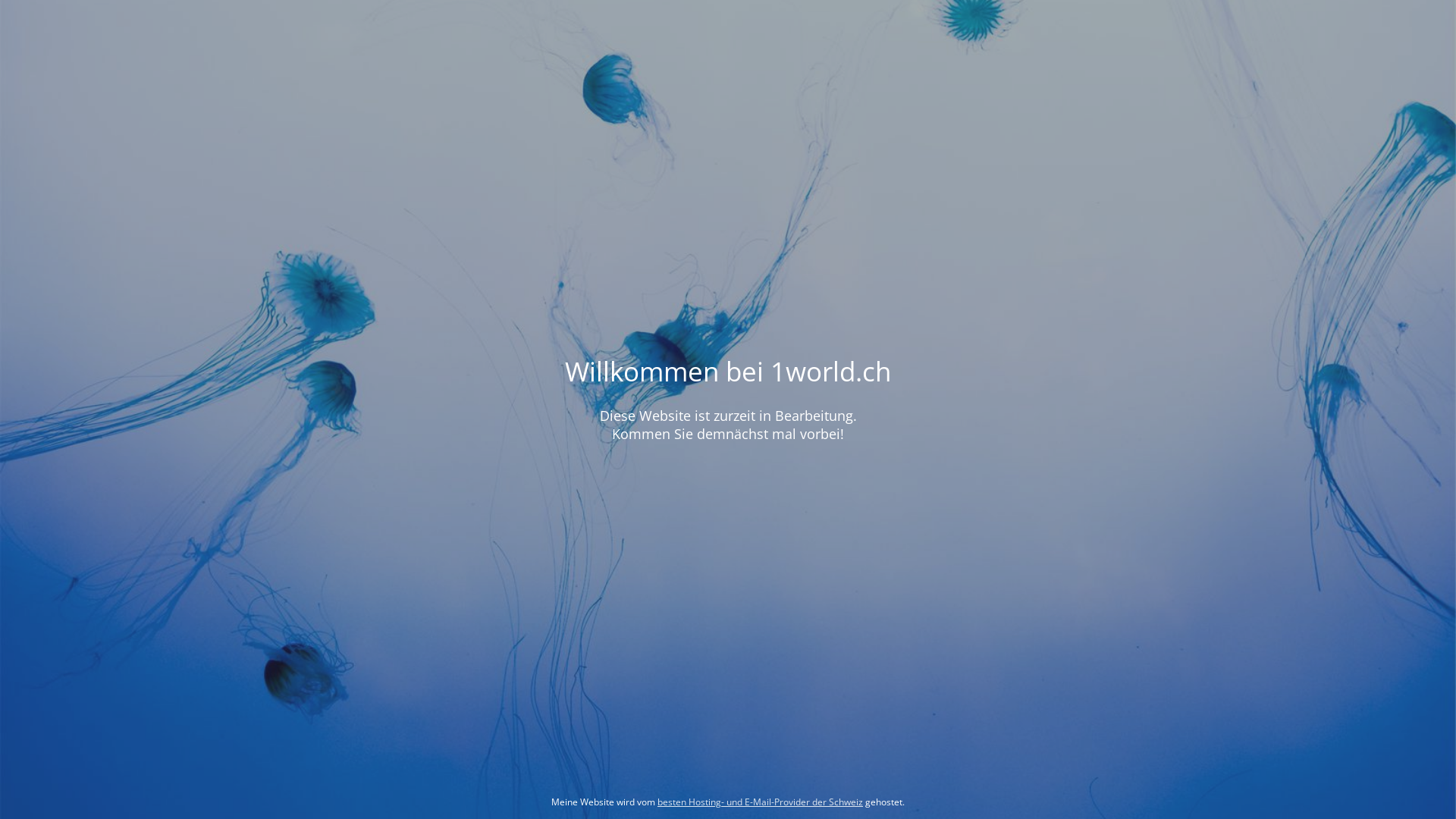 This screenshot has width=1456, height=819. Describe the element at coordinates (657, 801) in the screenshot. I see `'besten Hosting- und E-Mail-Provider der Schweiz'` at that location.